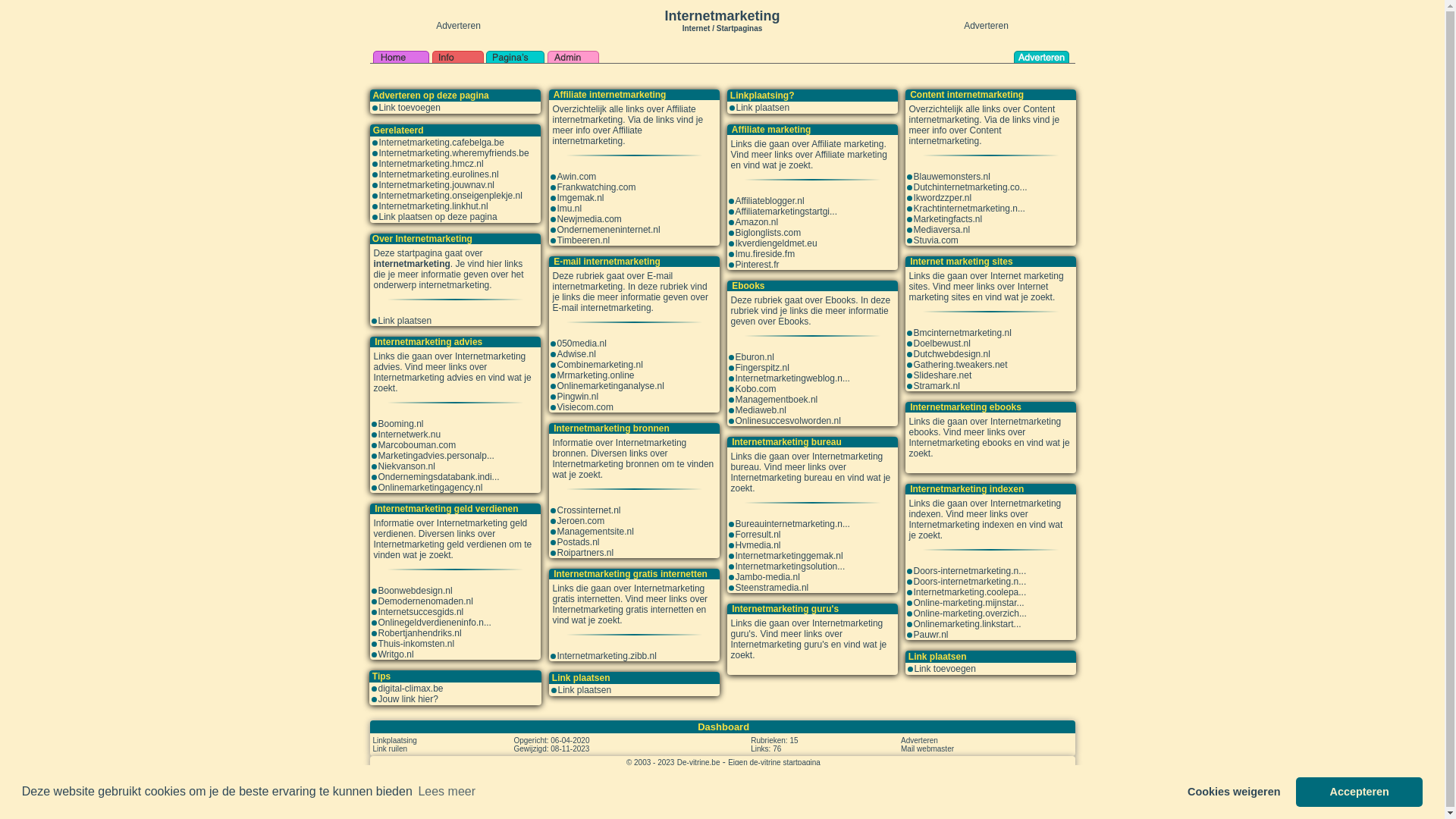 The width and height of the screenshot is (1456, 819). I want to click on 'Internetmarketing.hmcz.nl', so click(431, 164).